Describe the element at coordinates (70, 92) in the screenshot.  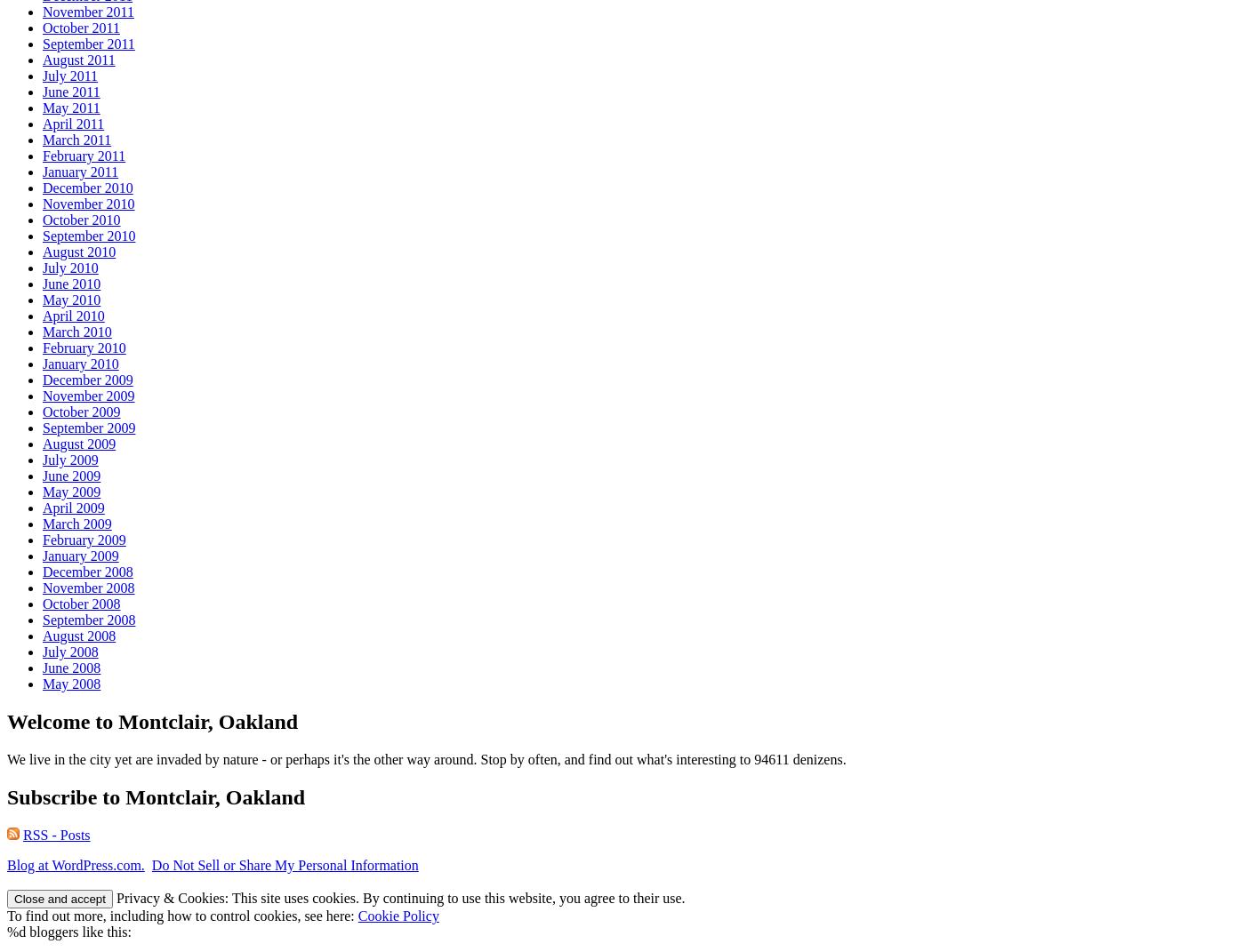
I see `'June 2011'` at that location.